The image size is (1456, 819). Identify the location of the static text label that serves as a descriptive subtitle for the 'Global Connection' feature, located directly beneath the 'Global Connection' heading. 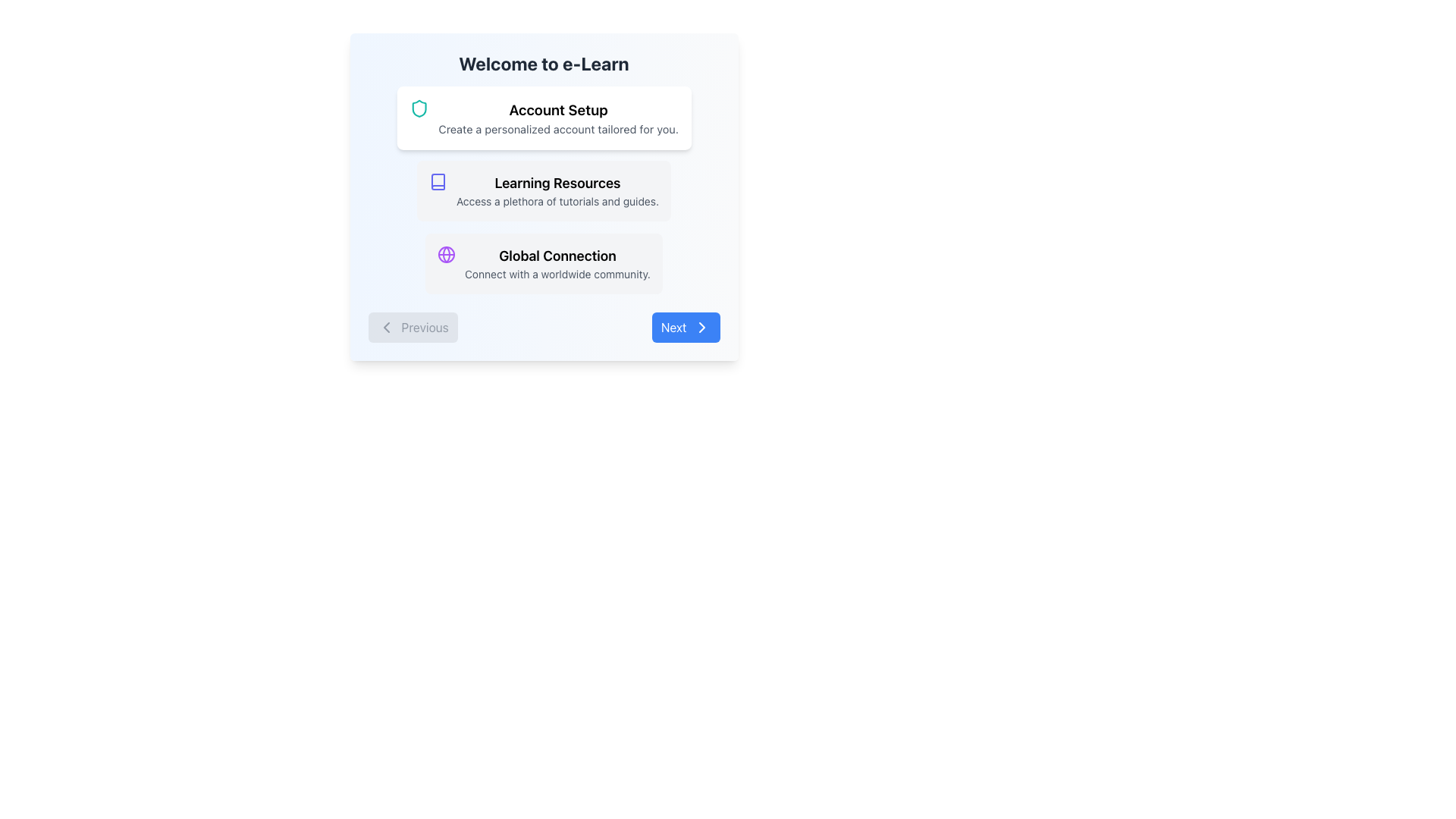
(557, 275).